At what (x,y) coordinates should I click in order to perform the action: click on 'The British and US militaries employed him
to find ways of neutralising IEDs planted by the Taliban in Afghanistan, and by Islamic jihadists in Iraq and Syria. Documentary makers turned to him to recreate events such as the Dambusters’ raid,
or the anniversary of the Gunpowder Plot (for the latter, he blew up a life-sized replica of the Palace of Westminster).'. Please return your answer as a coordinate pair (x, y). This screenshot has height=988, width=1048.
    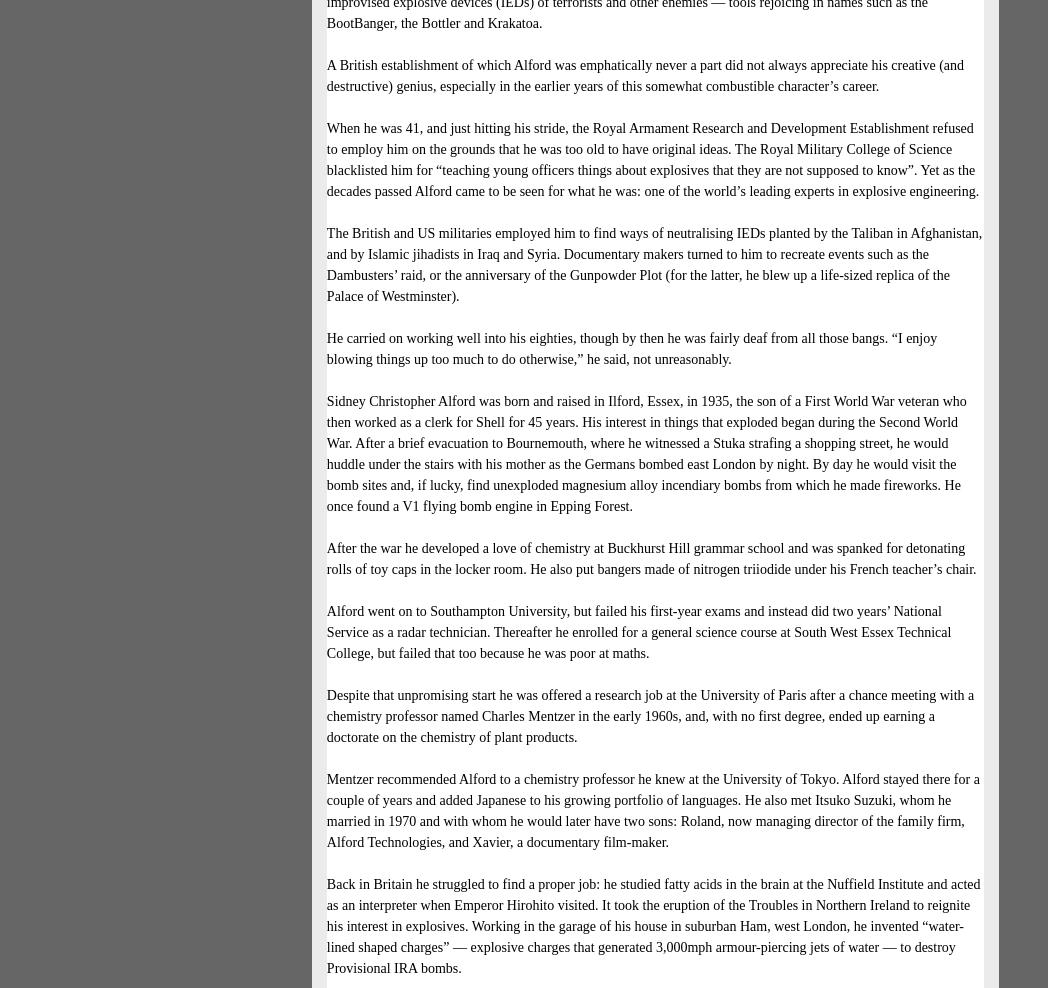
    Looking at the image, I should click on (652, 263).